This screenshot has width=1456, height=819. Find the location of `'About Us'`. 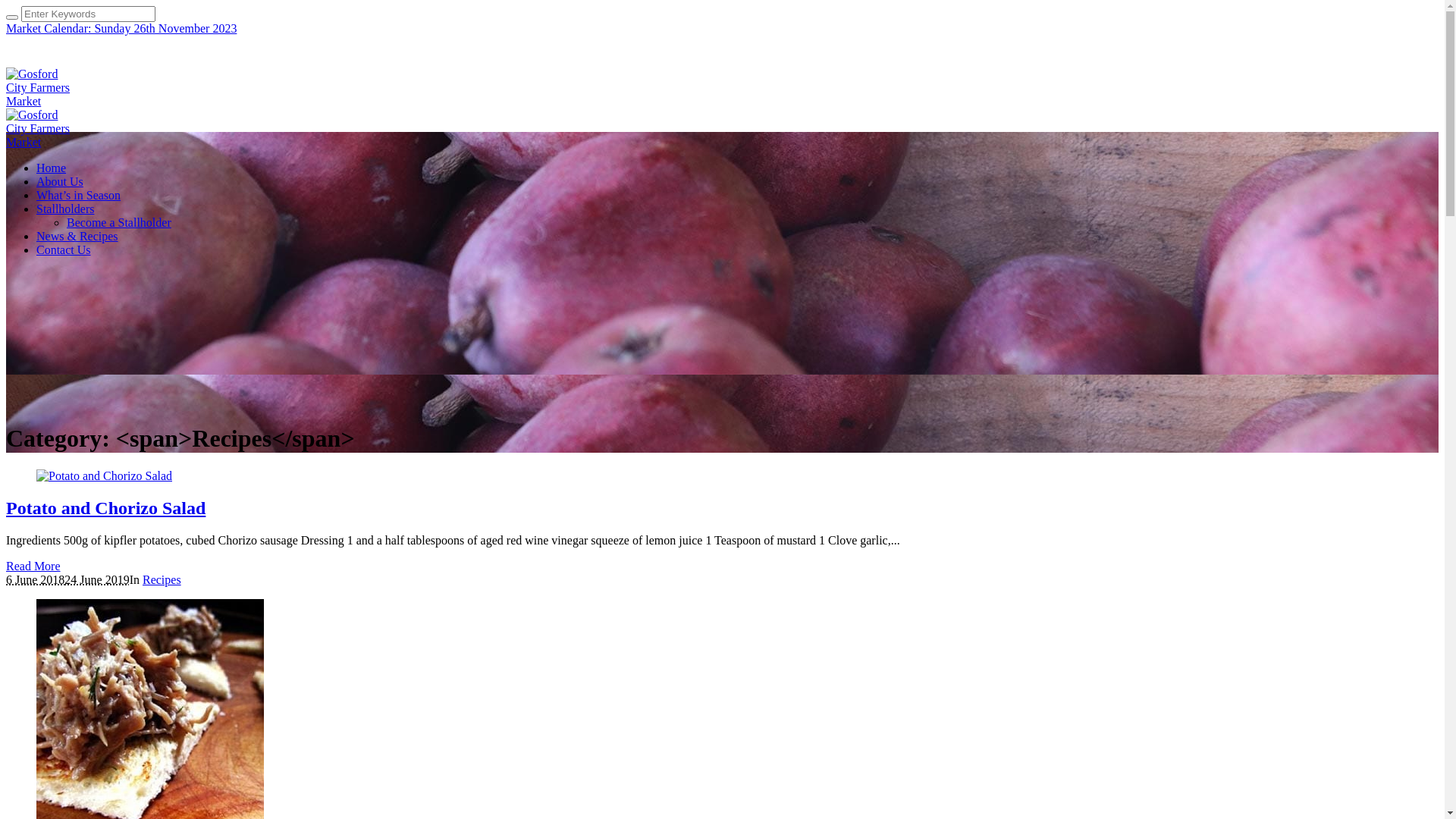

'About Us' is located at coordinates (59, 180).